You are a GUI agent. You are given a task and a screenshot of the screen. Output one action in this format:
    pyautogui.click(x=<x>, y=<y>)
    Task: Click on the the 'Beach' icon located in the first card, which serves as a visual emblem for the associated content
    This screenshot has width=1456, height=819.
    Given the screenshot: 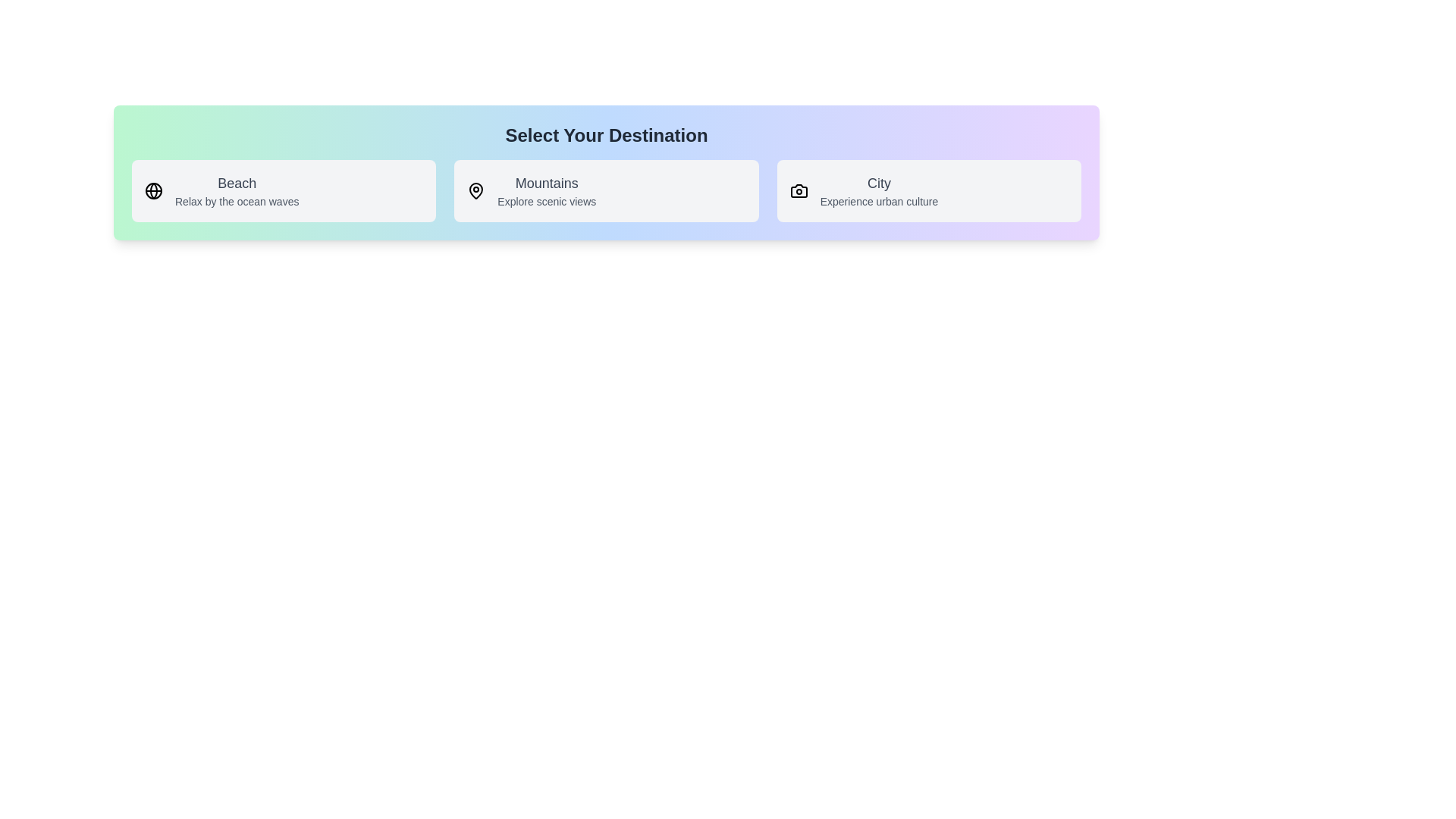 What is the action you would take?
    pyautogui.click(x=153, y=190)
    